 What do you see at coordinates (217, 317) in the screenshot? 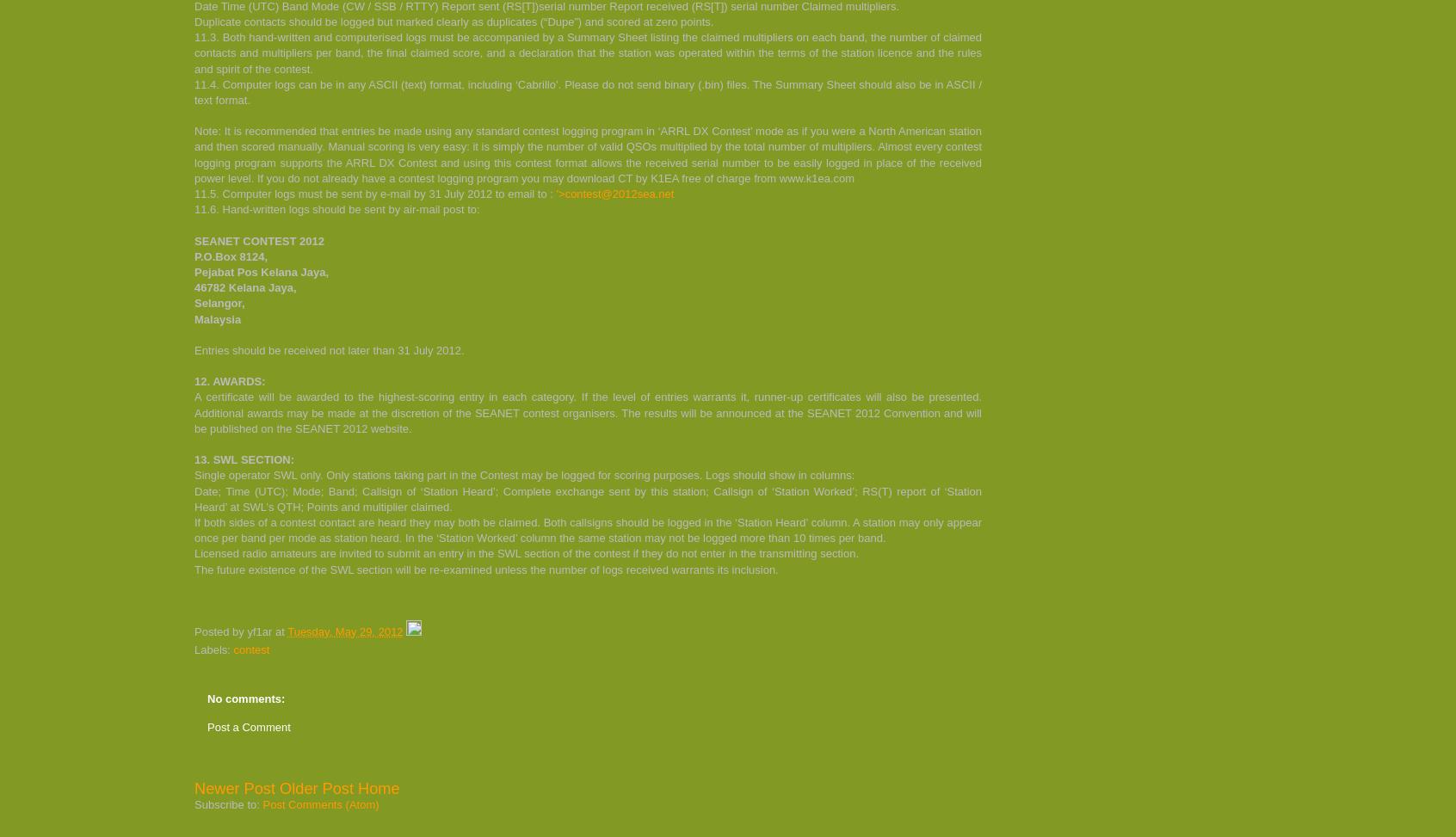
I see `'Malaysia'` at bounding box center [217, 317].